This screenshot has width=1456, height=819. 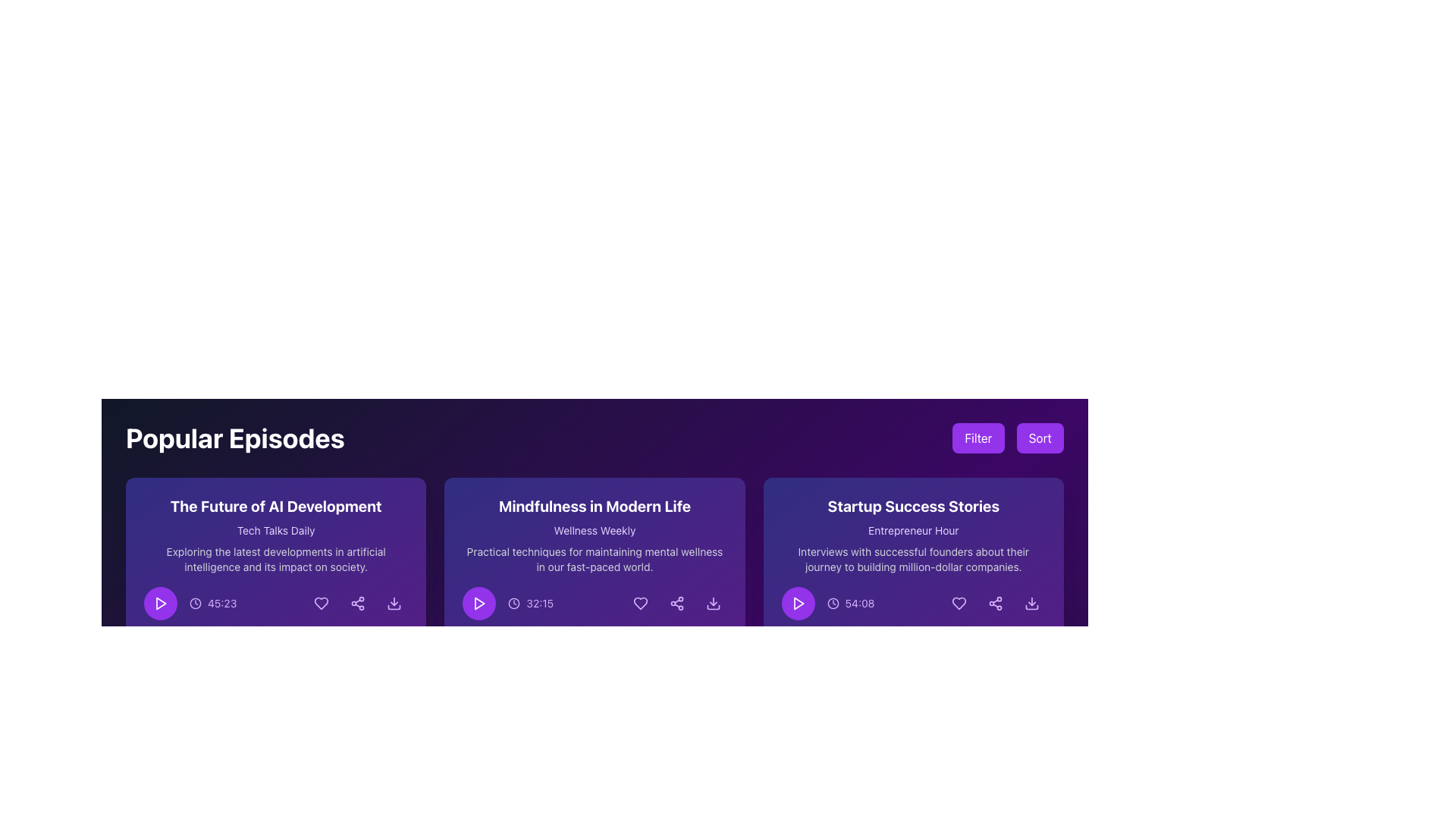 What do you see at coordinates (640, 602) in the screenshot?
I see `the heart-shaped icon with a purple hue located at the bottom of the 'Mindfulness in Modern Life' episode card, positioned between the play button and the share icon` at bounding box center [640, 602].